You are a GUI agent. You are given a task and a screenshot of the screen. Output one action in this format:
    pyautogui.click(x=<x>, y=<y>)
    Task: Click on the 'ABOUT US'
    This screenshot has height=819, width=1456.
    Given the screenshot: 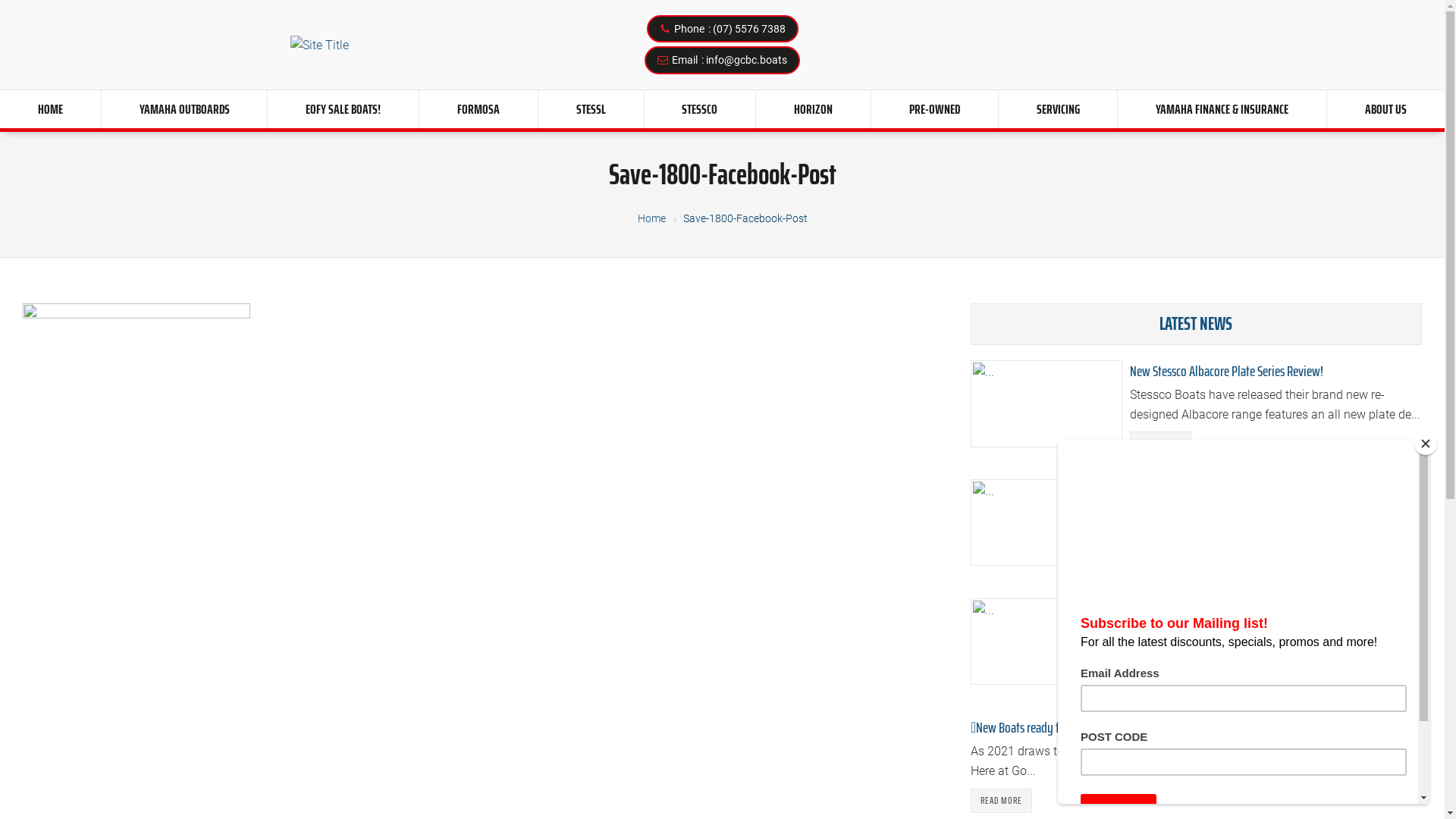 What is the action you would take?
    pyautogui.click(x=1385, y=108)
    